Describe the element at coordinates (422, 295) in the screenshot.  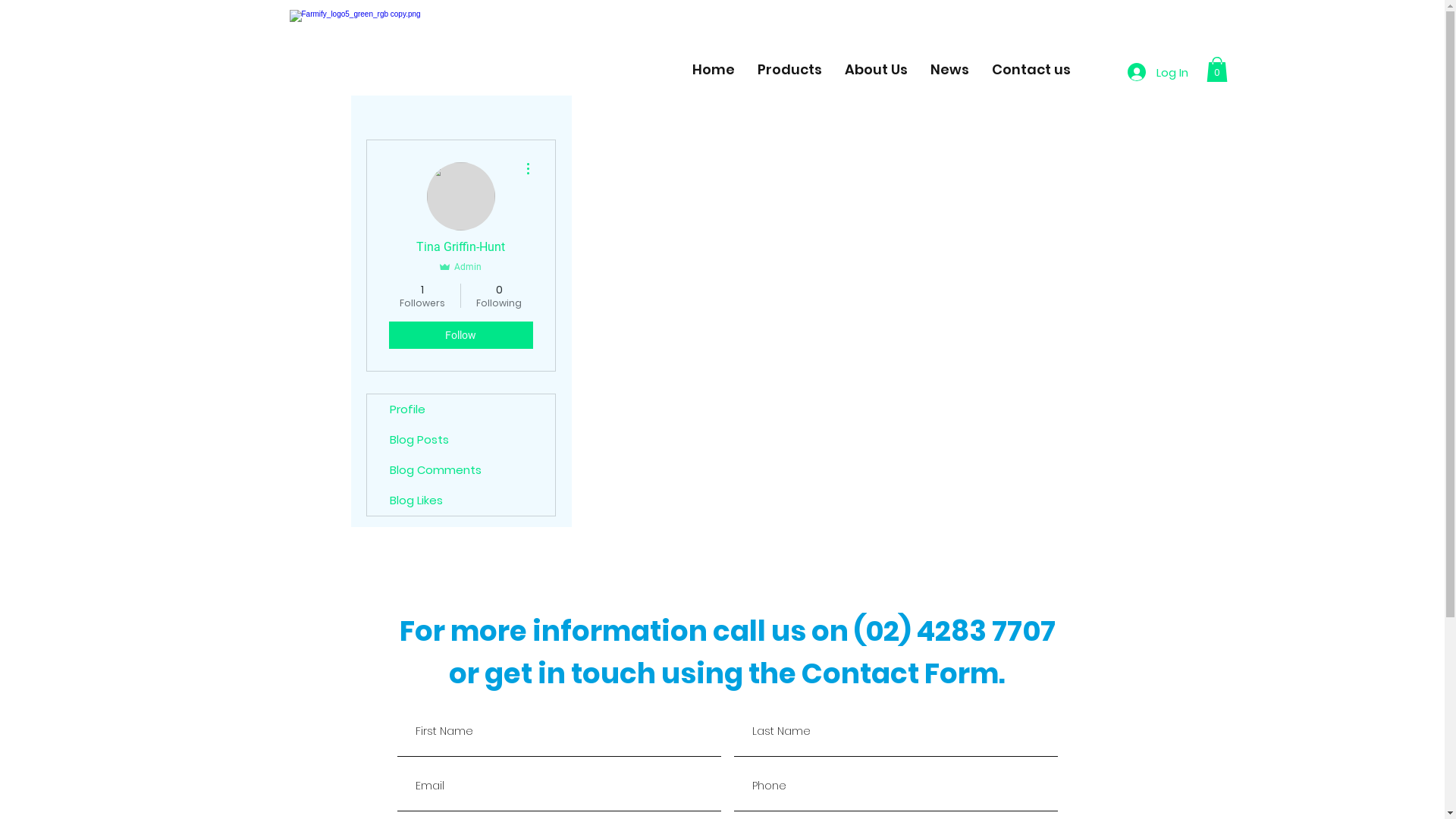
I see `'1` at that location.